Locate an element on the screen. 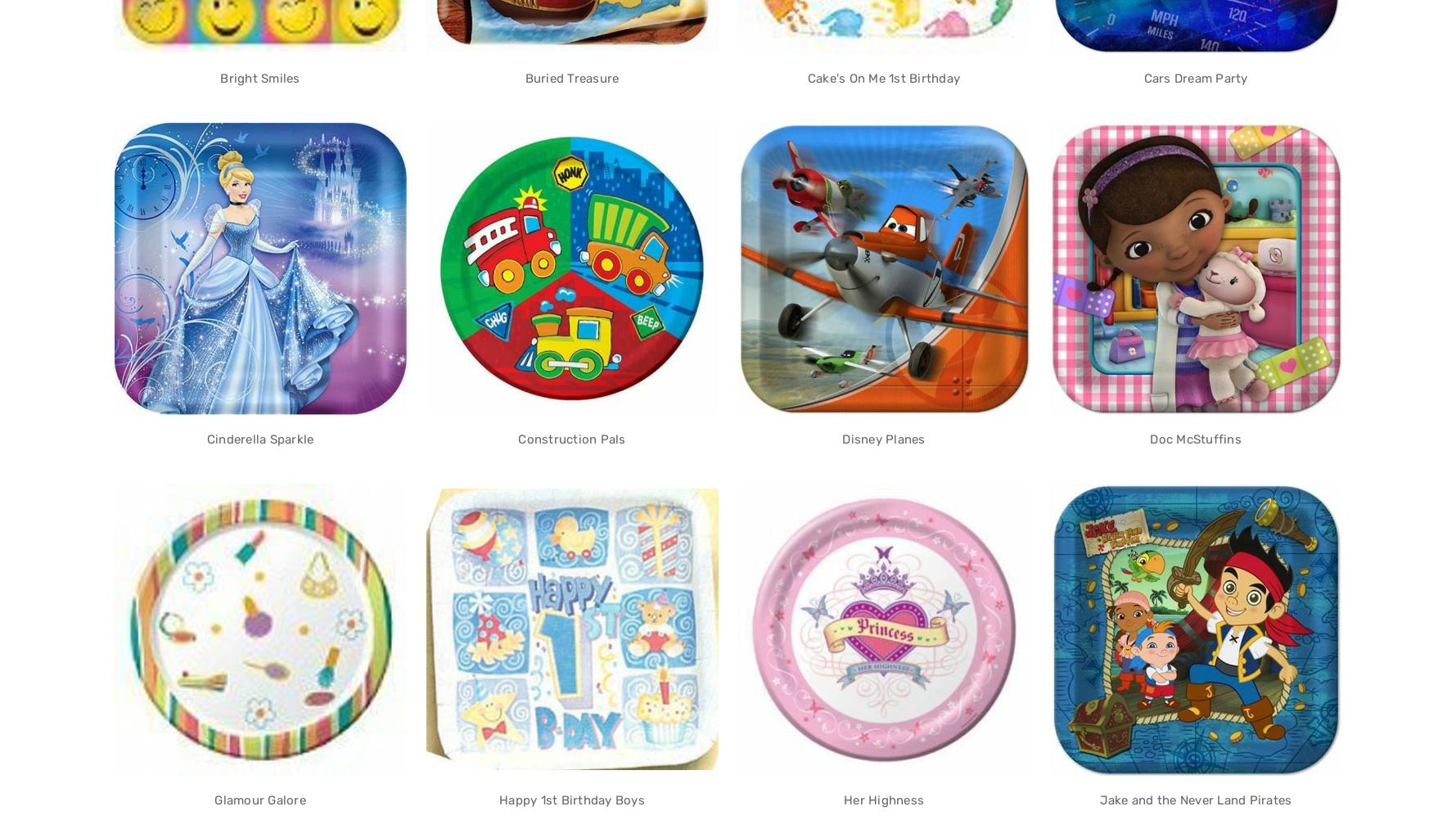 The image size is (1456, 838). 'Doc McStuffins' is located at coordinates (1194, 438).